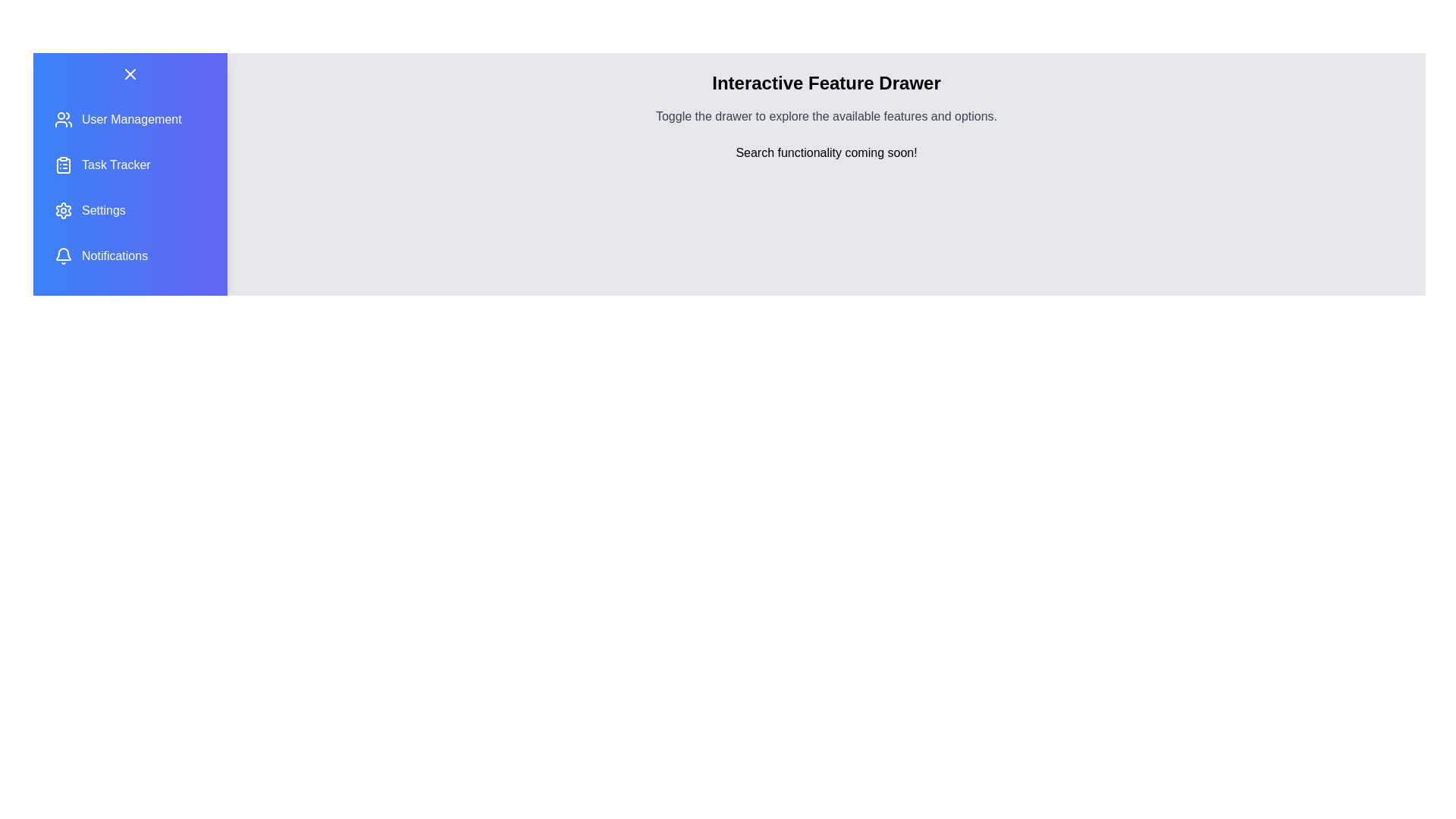  I want to click on the feature item User Management to observe the hover effect, so click(130, 119).